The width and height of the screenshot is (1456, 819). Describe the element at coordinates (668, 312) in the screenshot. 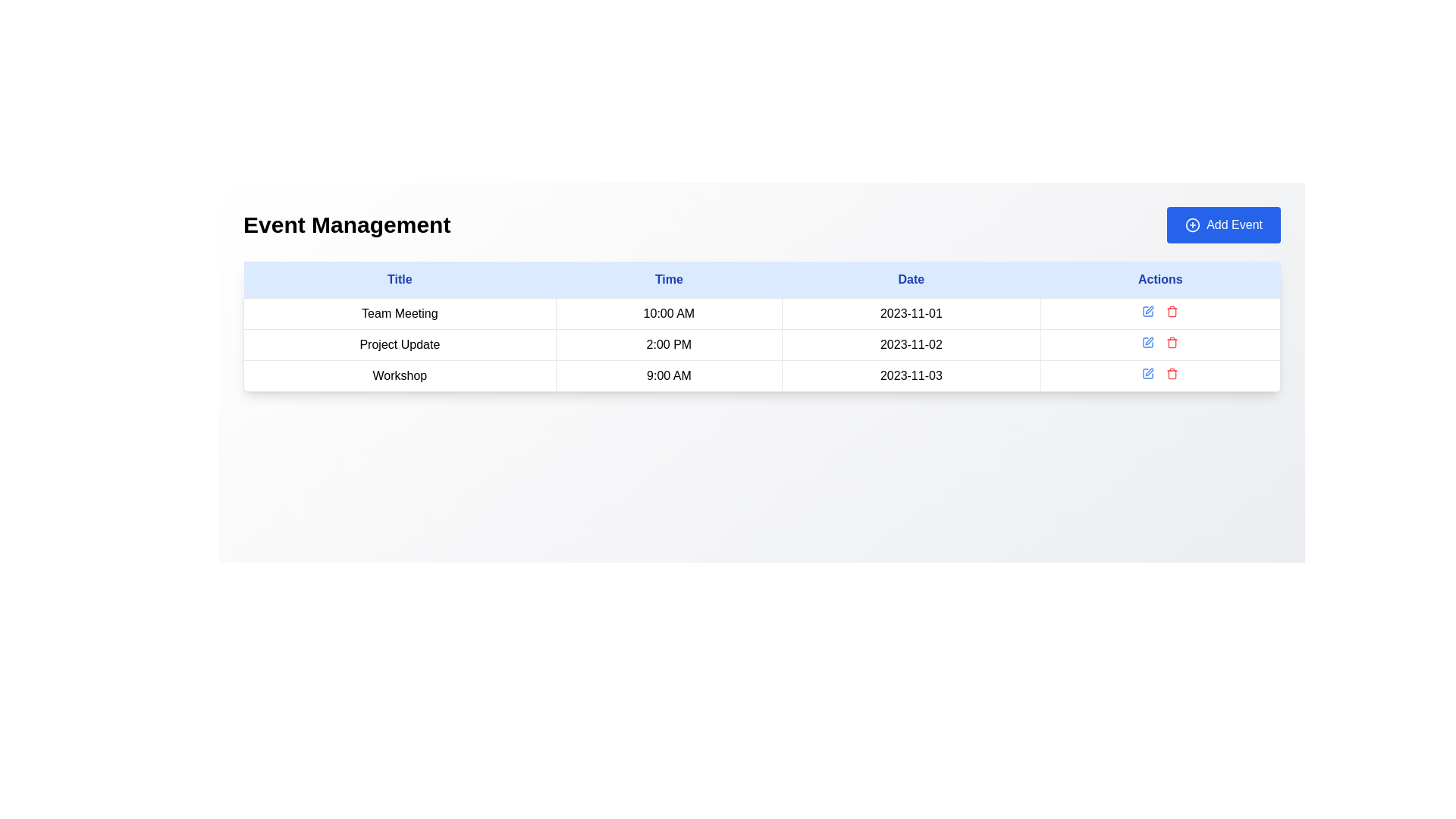

I see `the text display element showing '10:00 AM' located in the 'Time' column of the table` at that location.